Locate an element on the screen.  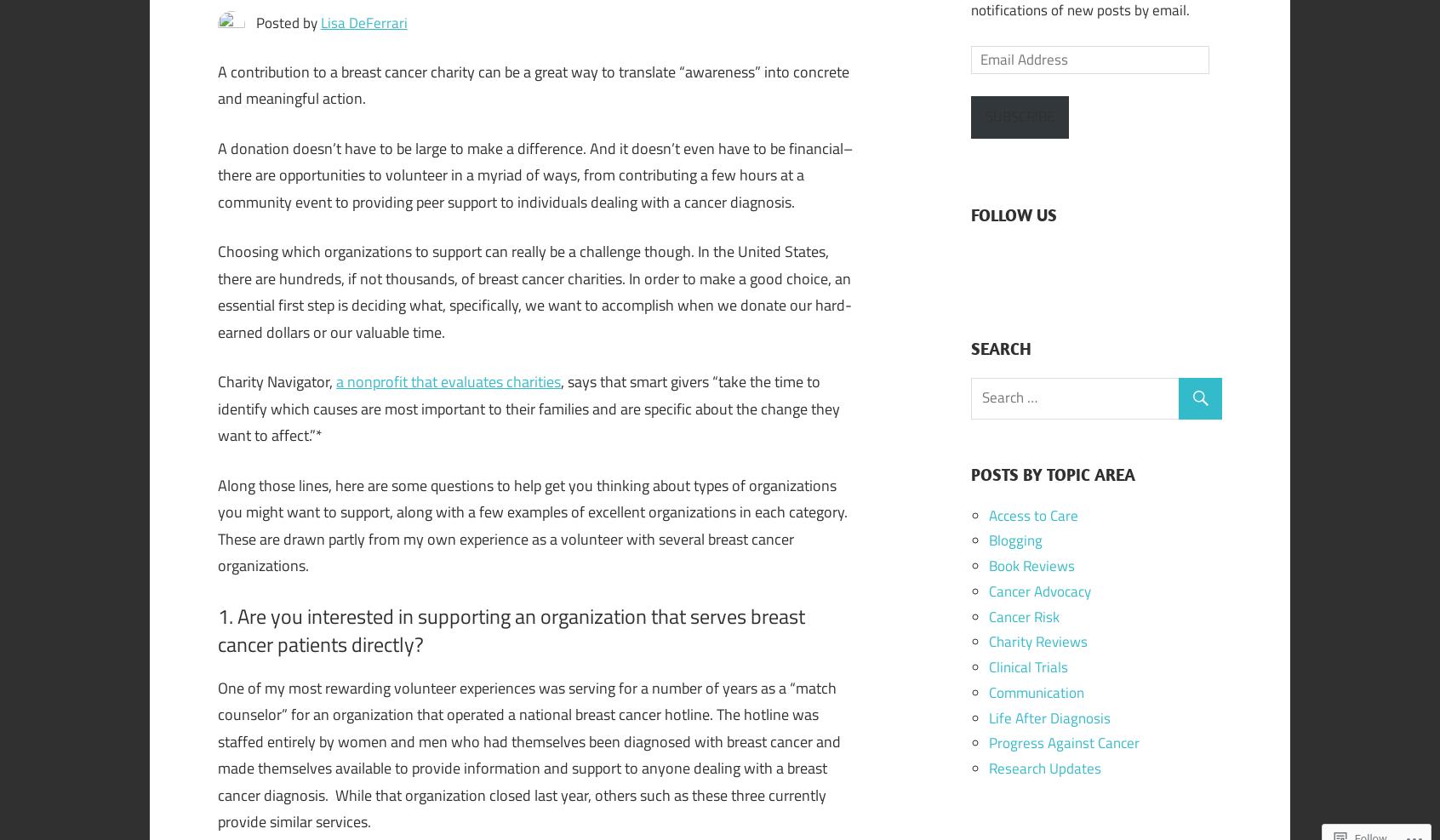
'FOLLOW US' is located at coordinates (1013, 214).